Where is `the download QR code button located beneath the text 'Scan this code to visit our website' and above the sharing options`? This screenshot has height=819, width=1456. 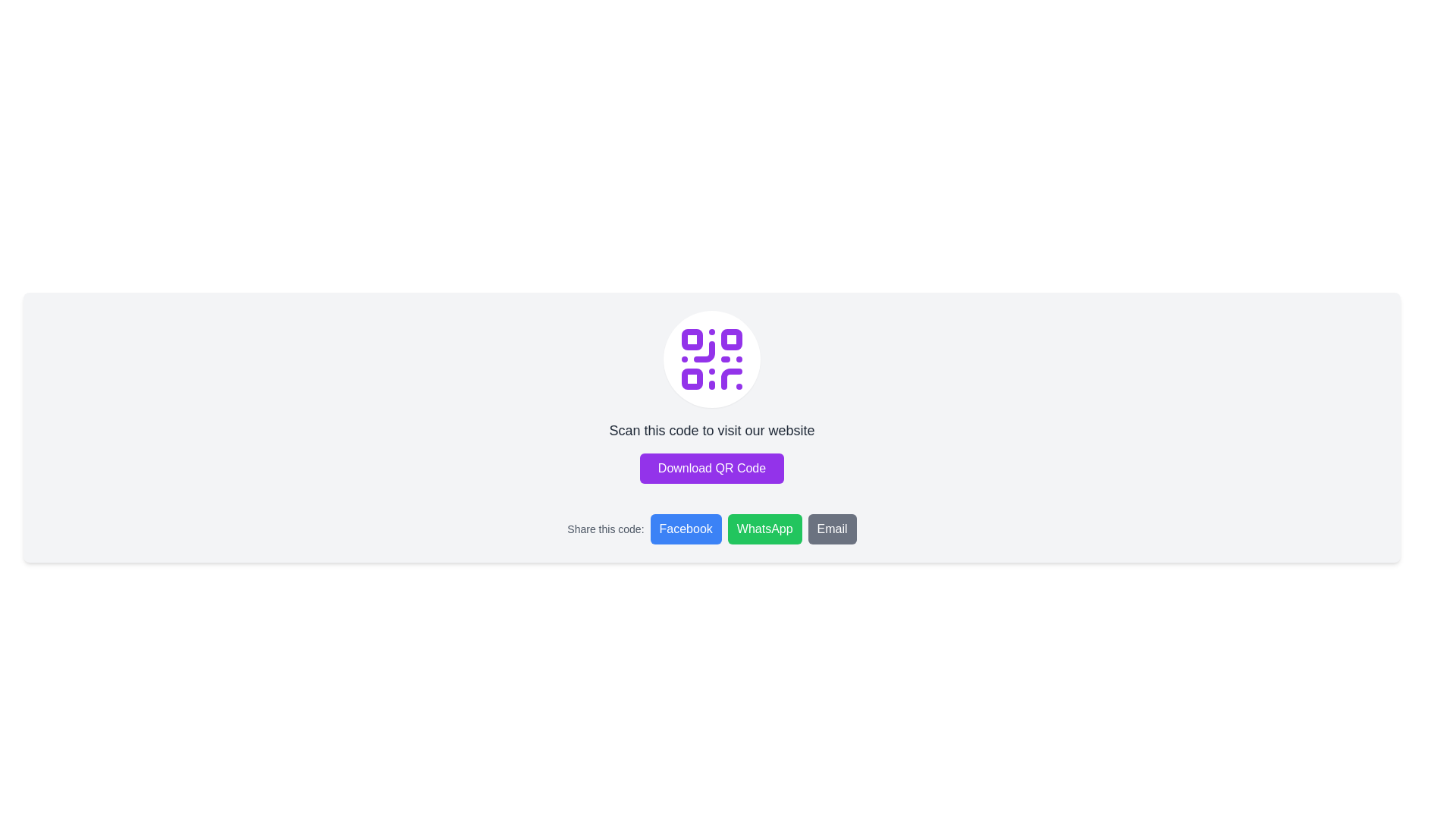
the download QR code button located beneath the text 'Scan this code to visit our website' and above the sharing options is located at coordinates (711, 467).